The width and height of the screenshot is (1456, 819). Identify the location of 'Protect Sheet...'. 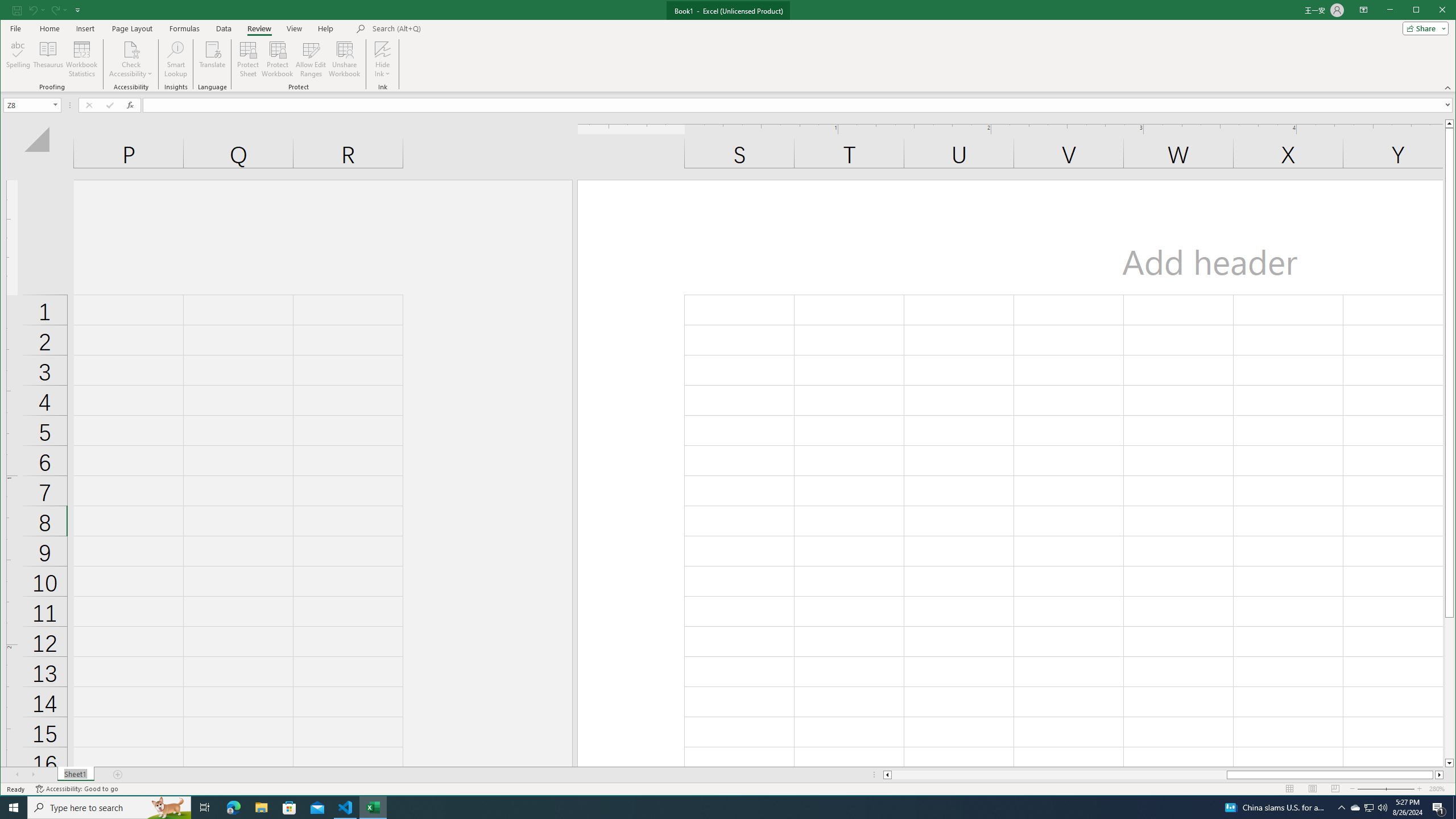
(248, 59).